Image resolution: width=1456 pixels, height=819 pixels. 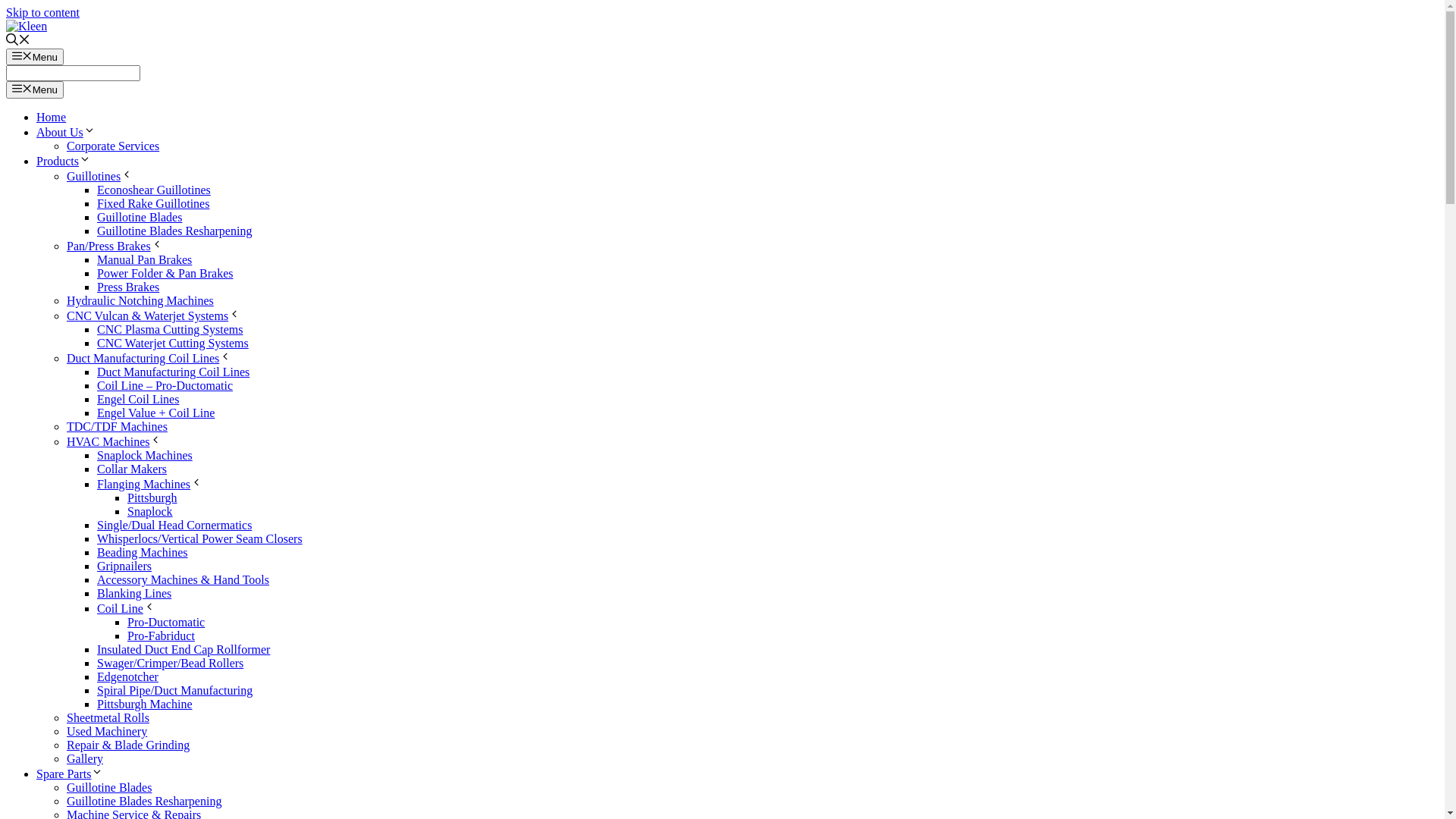 I want to click on 'Spare Parts', so click(x=68, y=773).